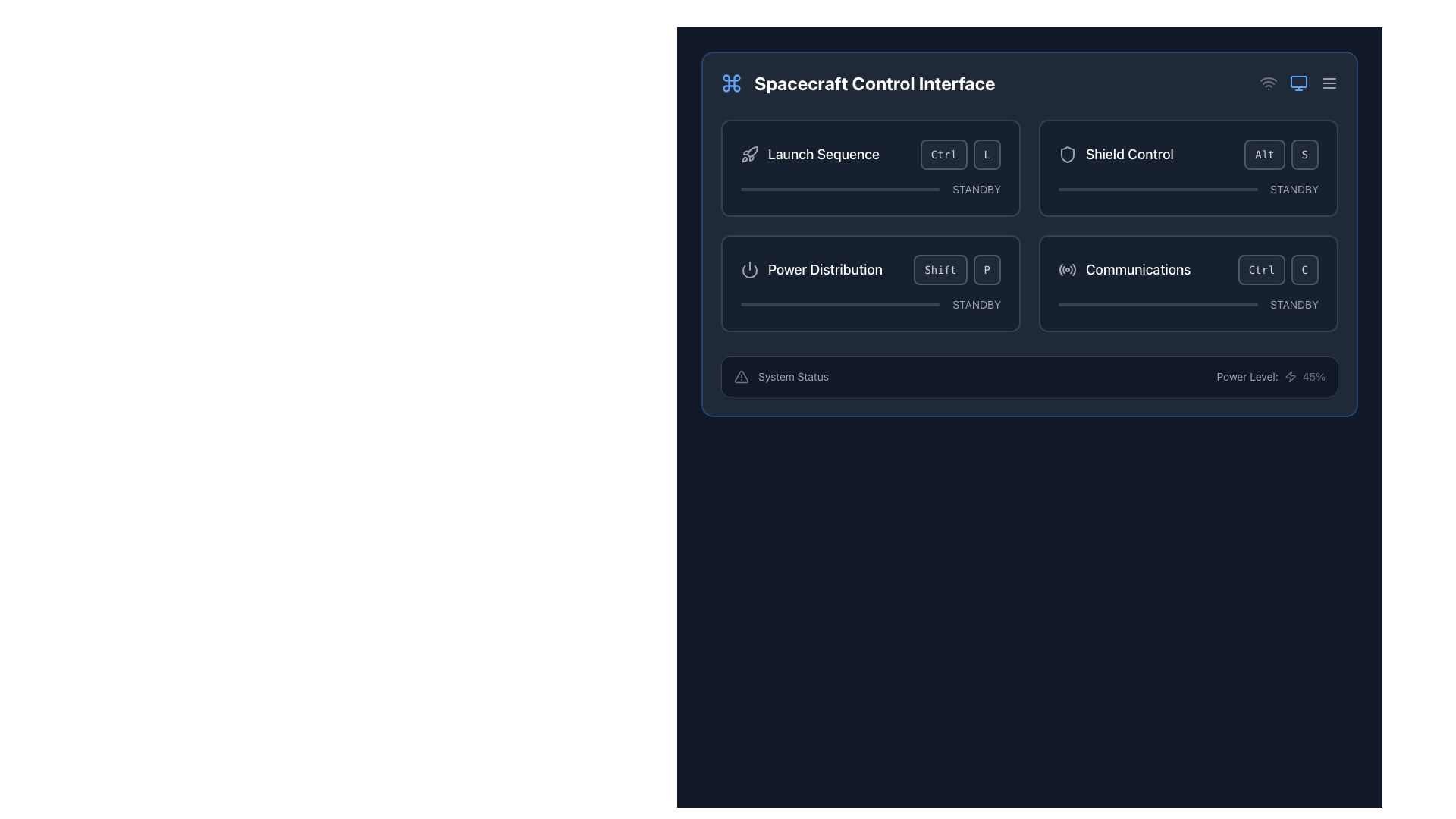 The image size is (1456, 819). I want to click on the shield control, so click(1085, 189).